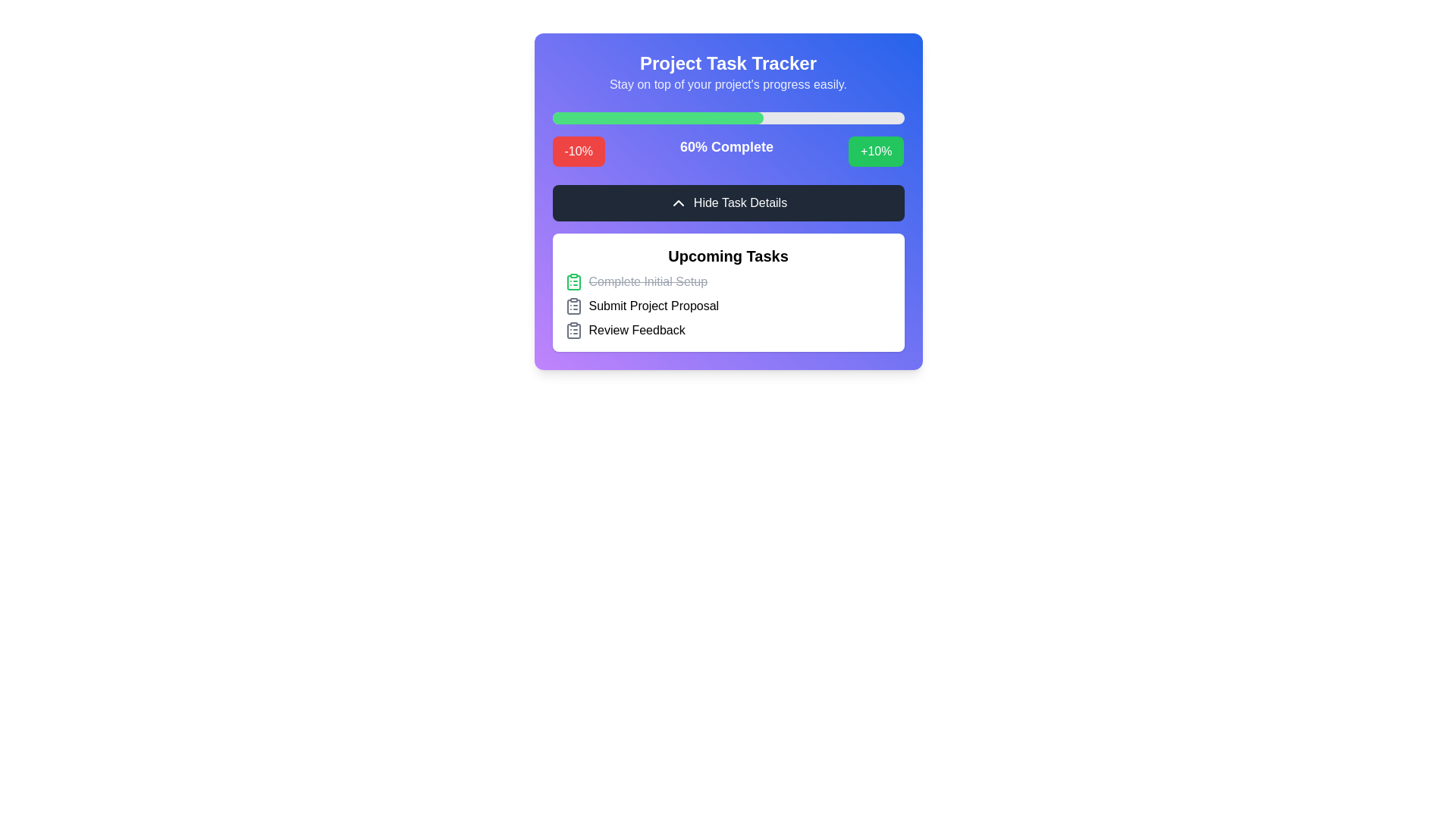 This screenshot has width=1456, height=819. What do you see at coordinates (648, 281) in the screenshot?
I see `the text label that reads 'Complete Initial Setup' with a strikethrough, located as the first item in the 'Upcoming Tasks' list below the progress bar` at bounding box center [648, 281].